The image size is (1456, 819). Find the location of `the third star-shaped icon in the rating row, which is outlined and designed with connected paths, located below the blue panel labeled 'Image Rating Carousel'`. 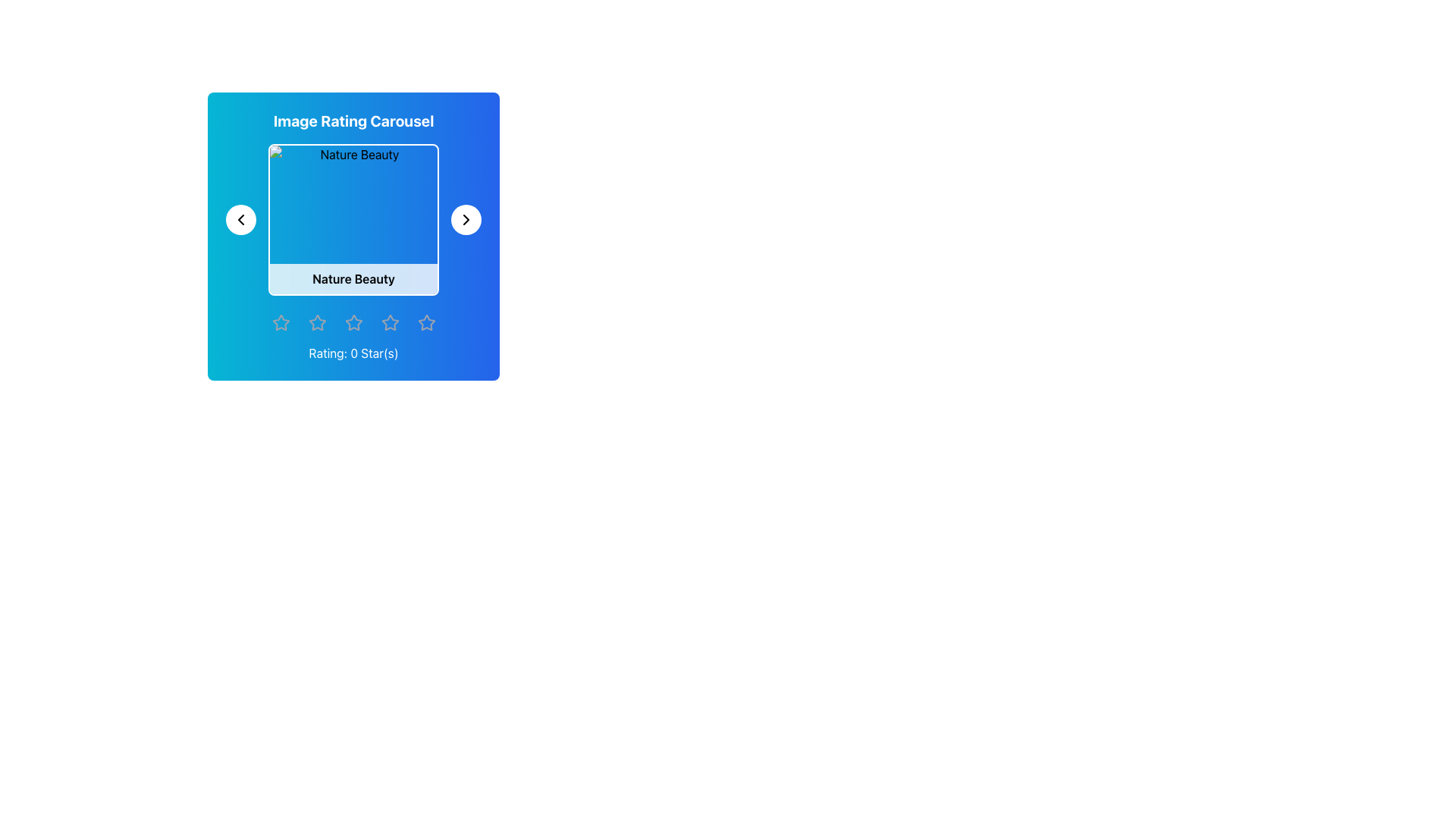

the third star-shaped icon in the rating row, which is outlined and designed with connected paths, located below the blue panel labeled 'Image Rating Carousel' is located at coordinates (353, 322).